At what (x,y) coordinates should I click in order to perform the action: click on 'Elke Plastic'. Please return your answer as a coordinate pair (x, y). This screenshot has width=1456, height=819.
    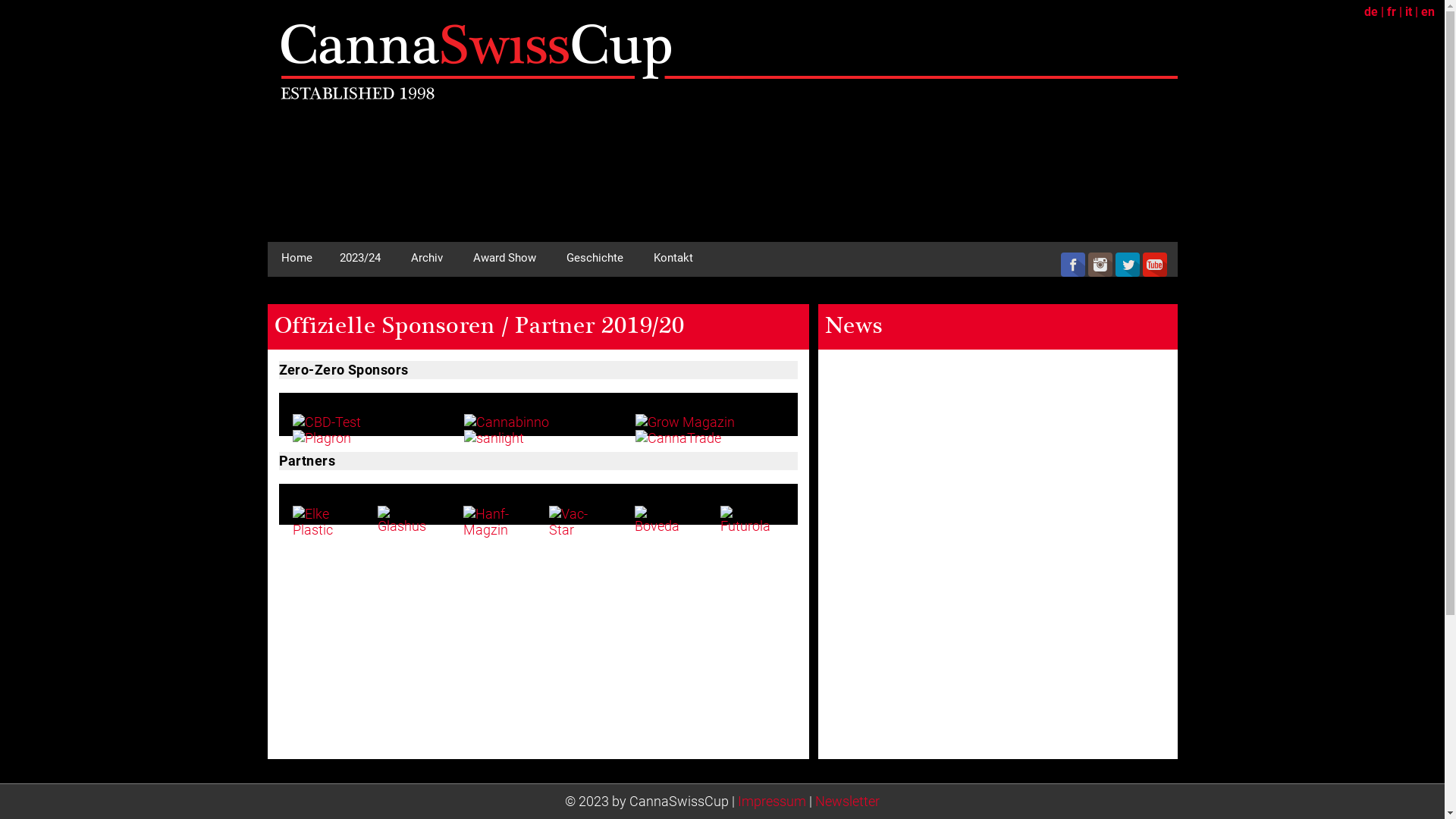
    Looking at the image, I should click on (319, 520).